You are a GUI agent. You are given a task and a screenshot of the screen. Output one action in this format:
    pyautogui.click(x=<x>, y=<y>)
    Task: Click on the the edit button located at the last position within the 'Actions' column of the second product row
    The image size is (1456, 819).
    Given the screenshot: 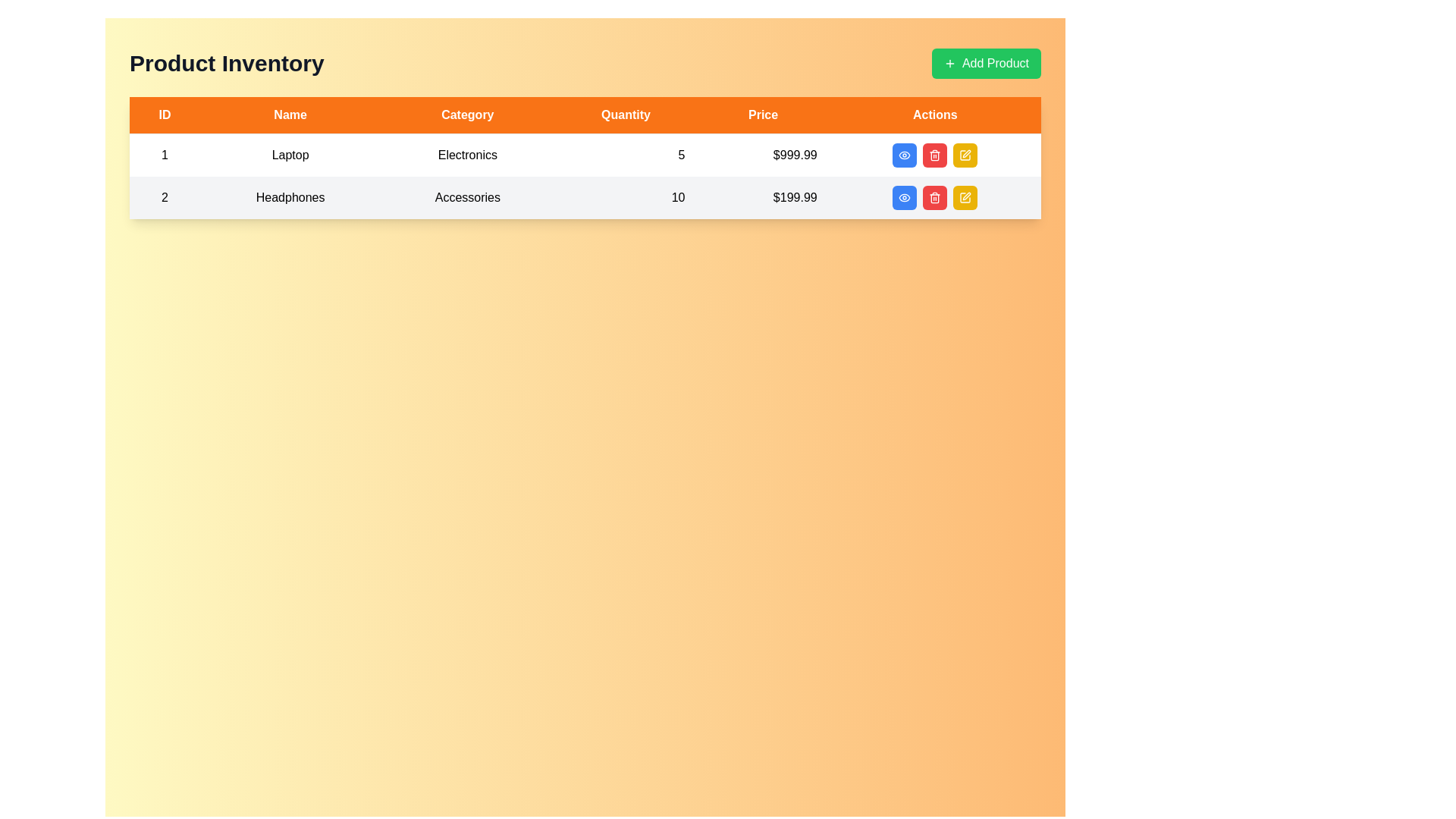 What is the action you would take?
    pyautogui.click(x=965, y=197)
    